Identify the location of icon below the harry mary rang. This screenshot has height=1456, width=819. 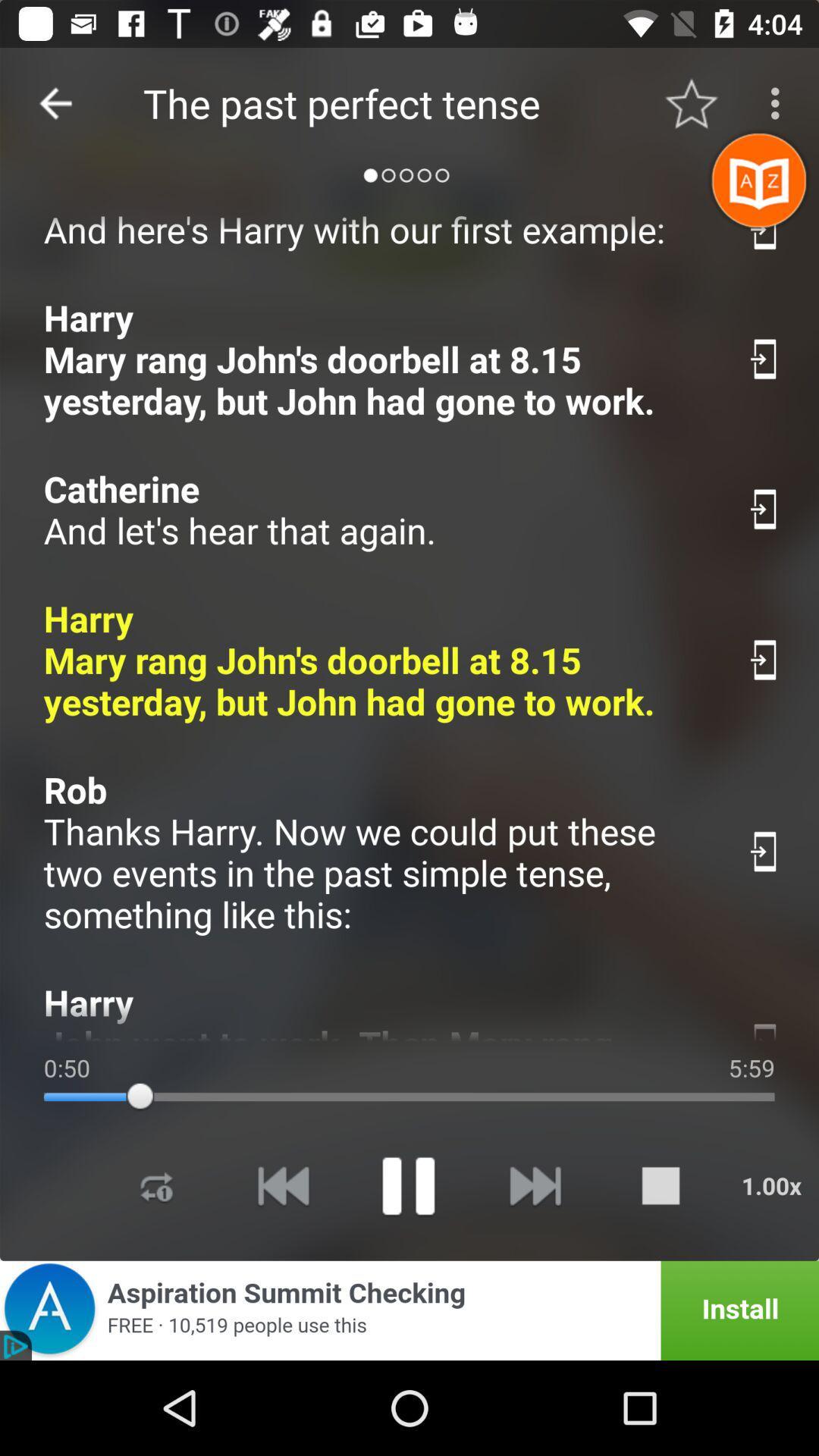
(378, 852).